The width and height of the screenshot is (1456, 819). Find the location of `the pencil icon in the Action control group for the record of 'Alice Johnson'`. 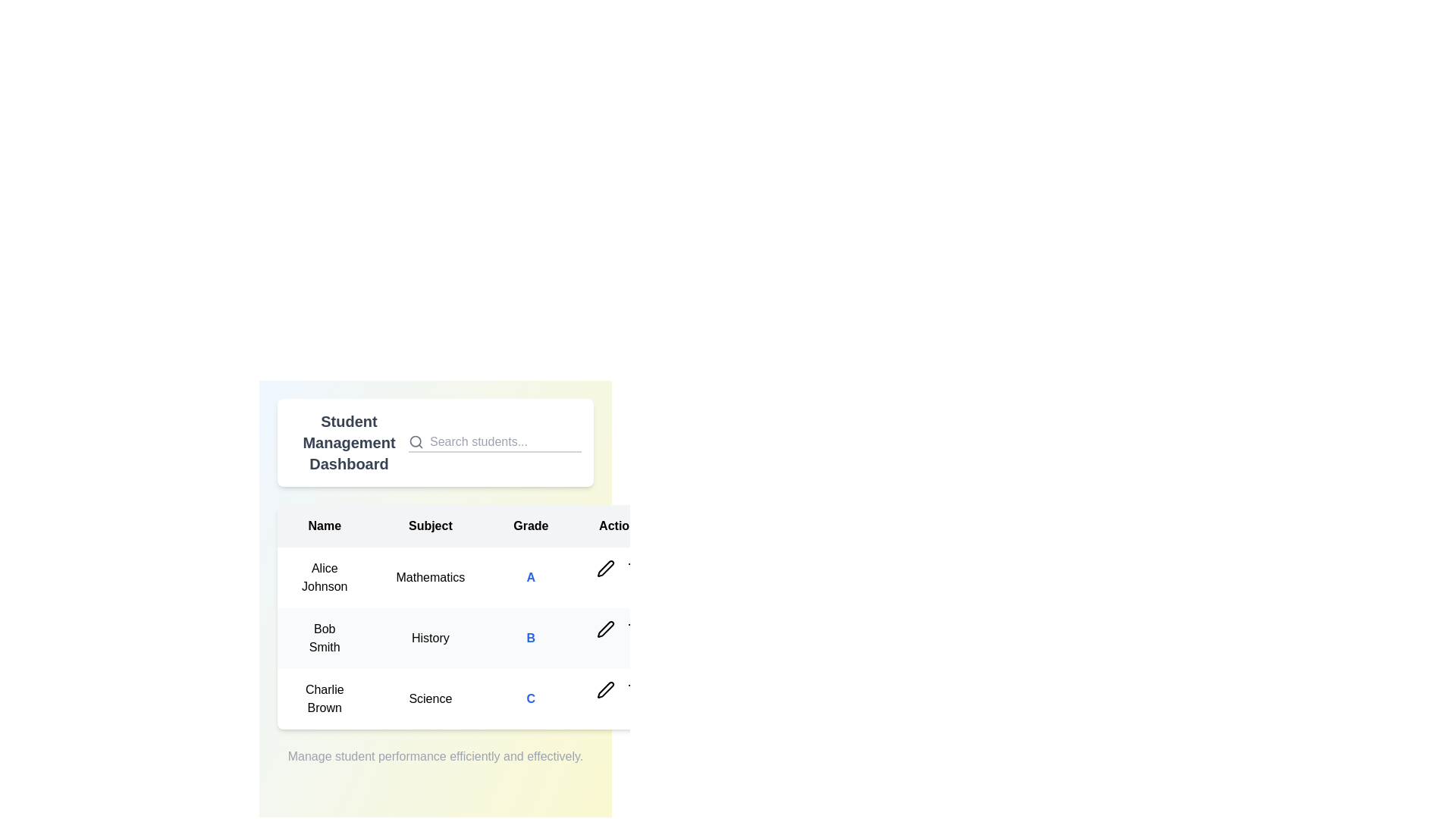

the pencil icon in the Action control group for the record of 'Alice Johnson' is located at coordinates (621, 568).